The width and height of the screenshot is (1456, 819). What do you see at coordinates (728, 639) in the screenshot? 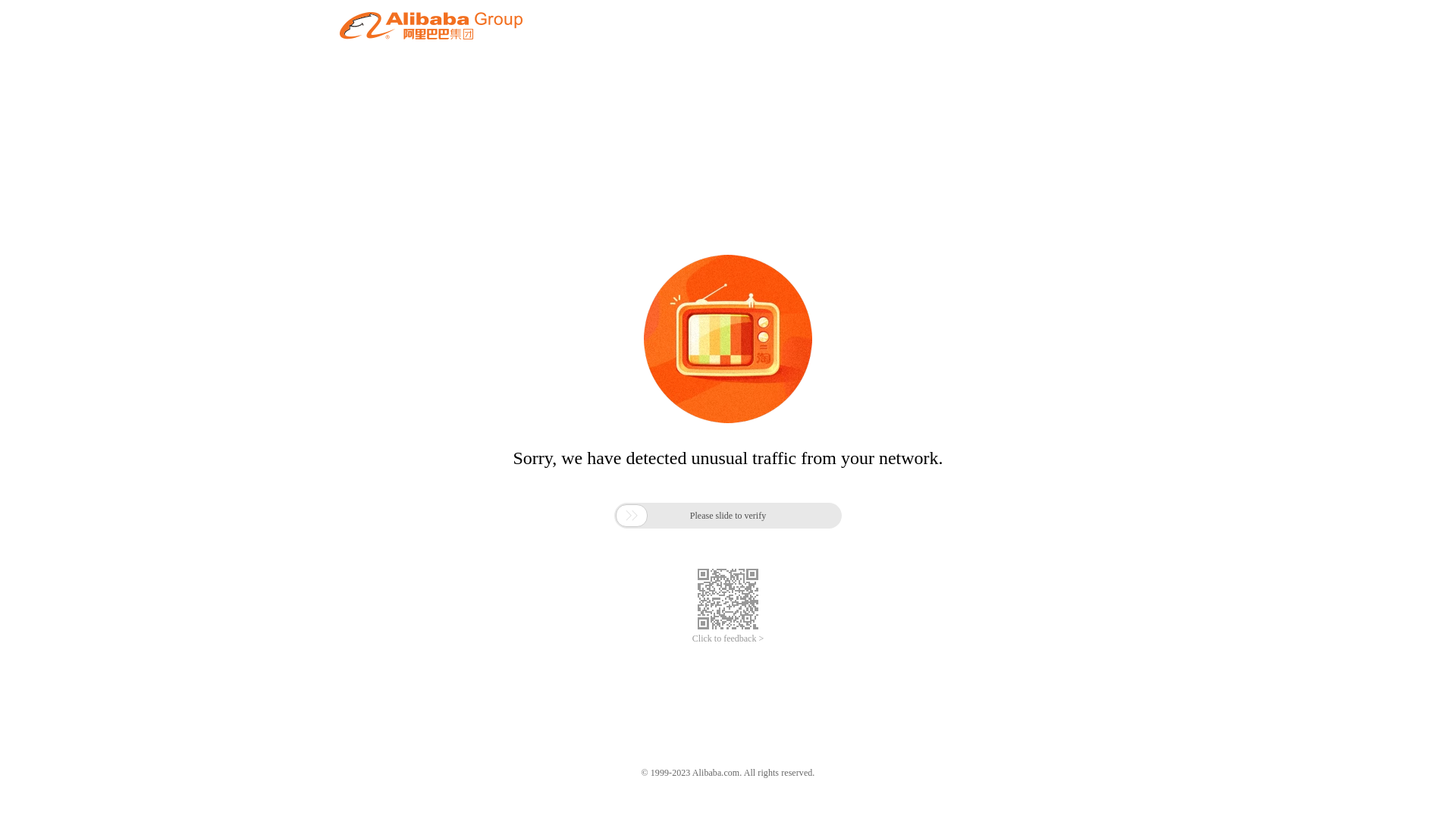
I see `'Click to feedback >'` at bounding box center [728, 639].